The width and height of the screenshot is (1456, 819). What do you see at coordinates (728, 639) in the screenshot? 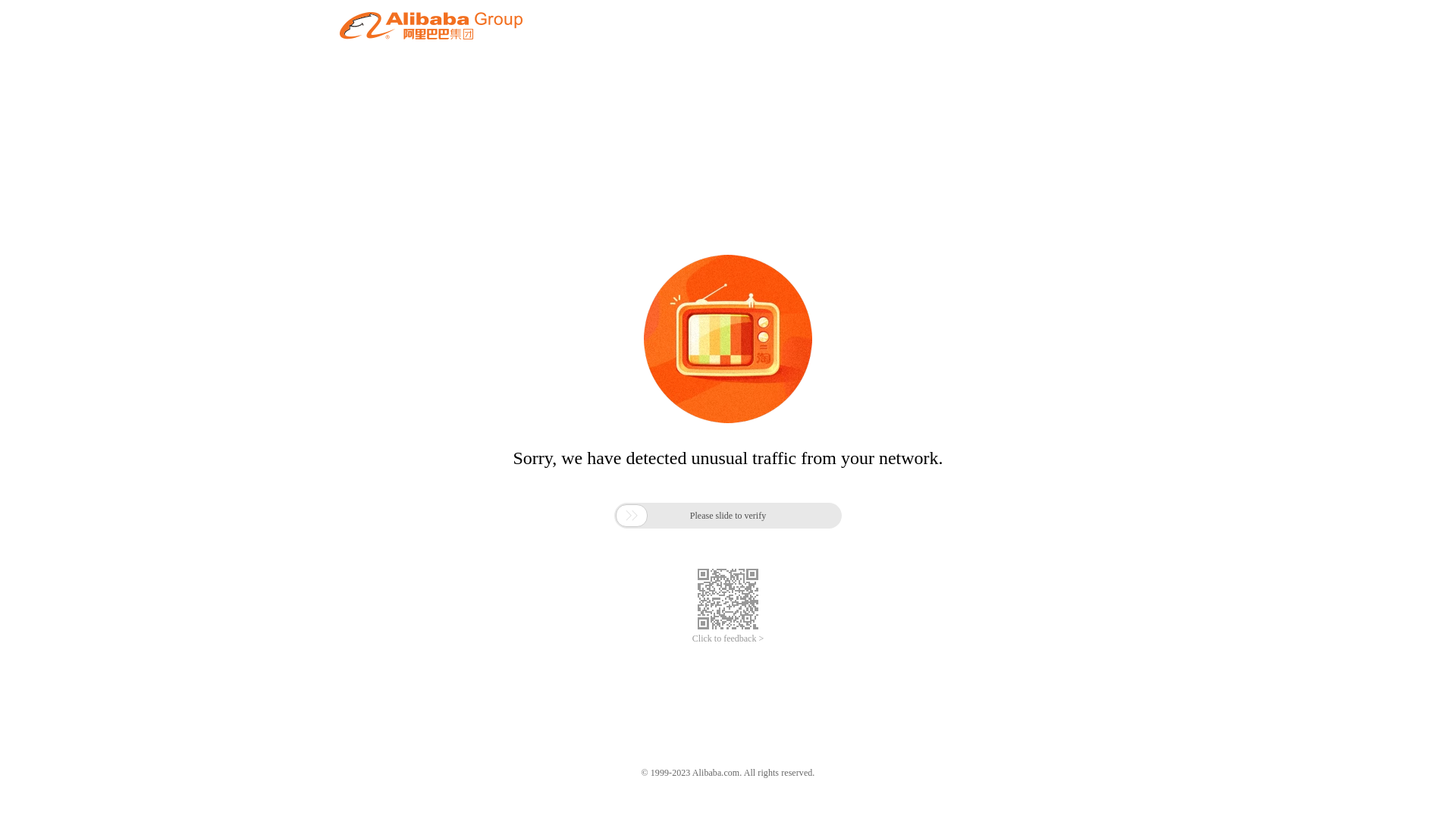
I see `'Click to feedback >'` at bounding box center [728, 639].